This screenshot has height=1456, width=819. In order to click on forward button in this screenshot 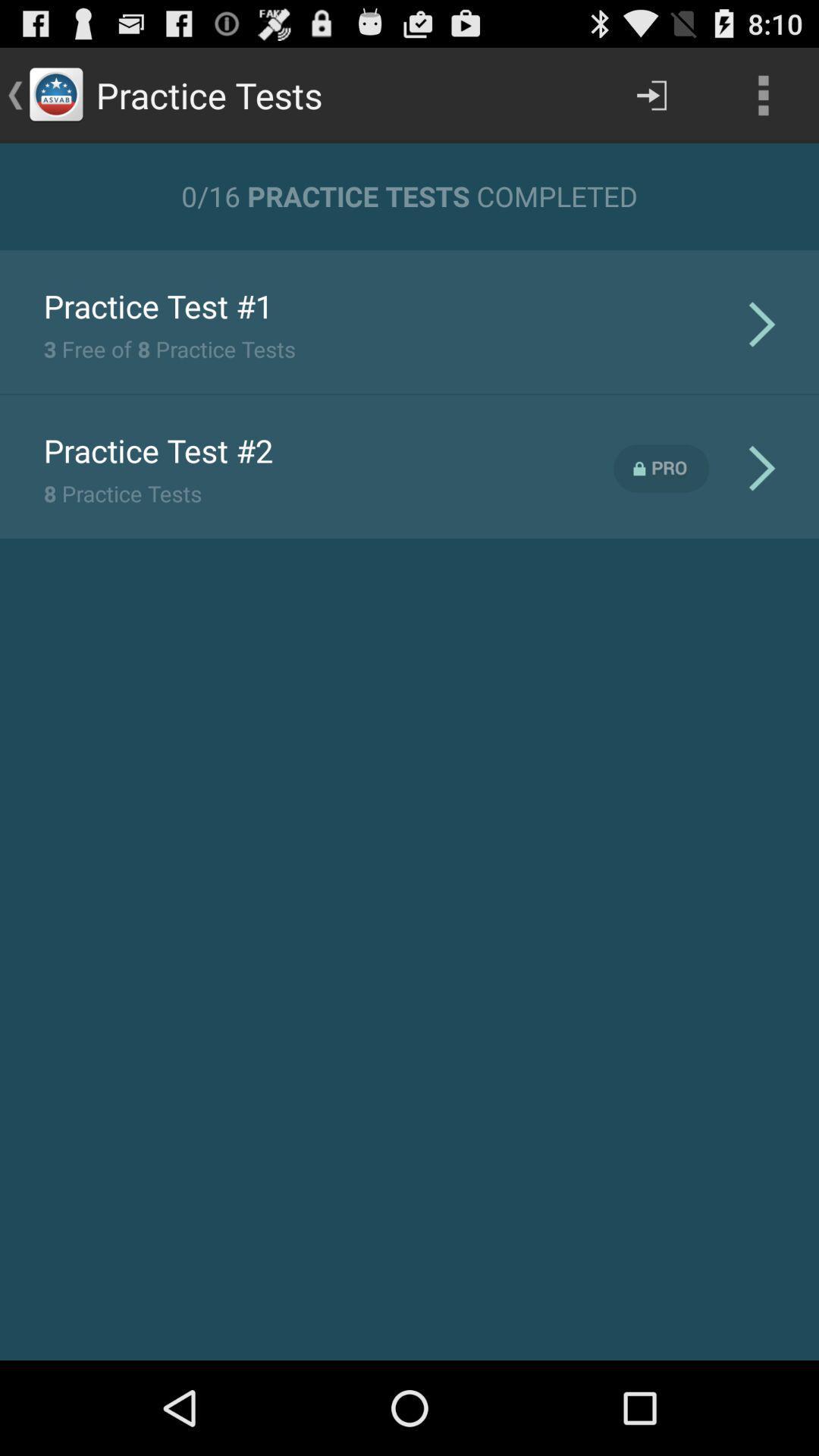, I will do `click(651, 94)`.